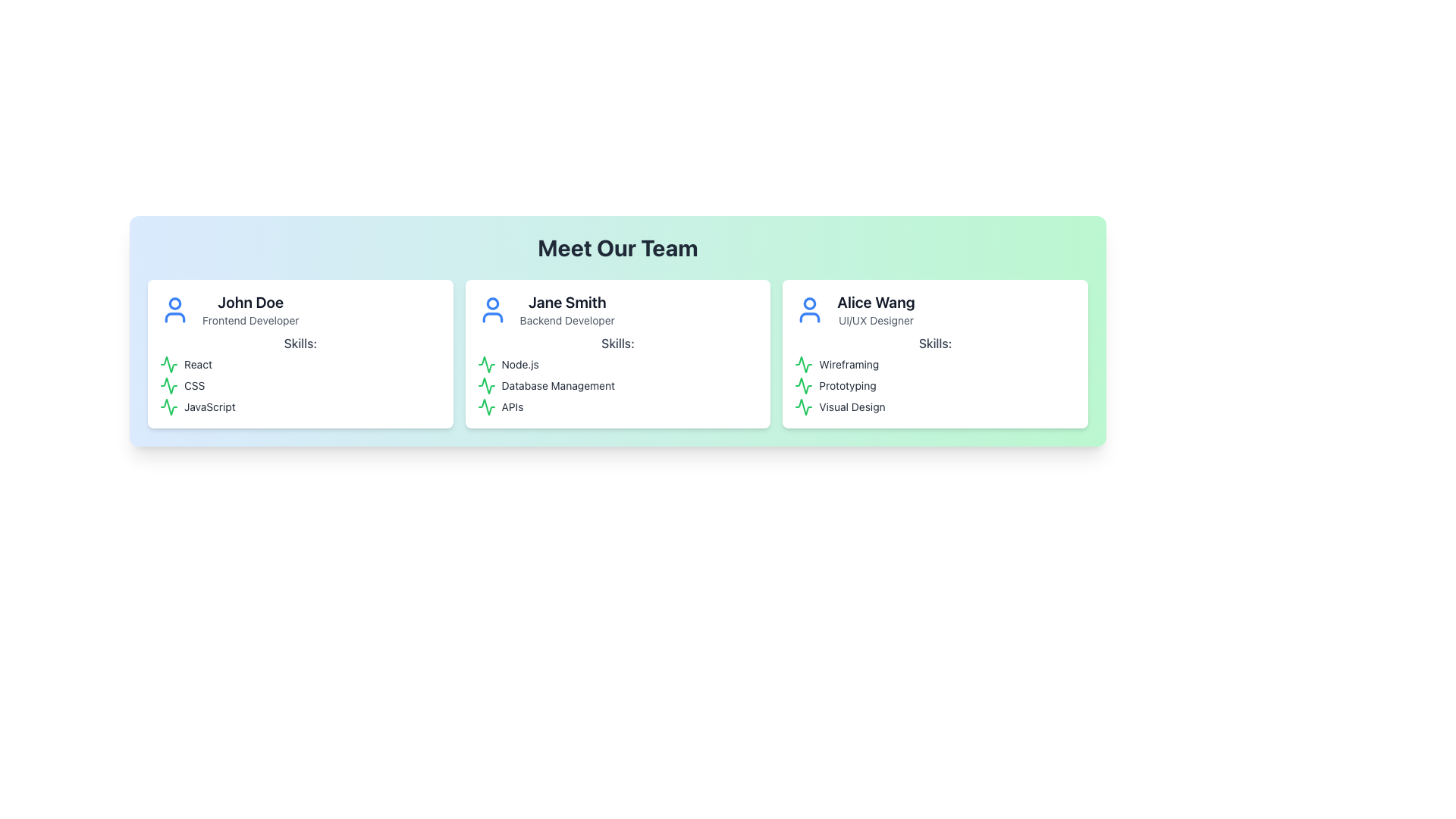 The width and height of the screenshot is (1456, 819). What do you see at coordinates (934, 365) in the screenshot?
I see `the skill 'Wireframing' displayed in the first position under the 'Skills' section in Alice Wang's card, which is a UI/UX Designer` at bounding box center [934, 365].